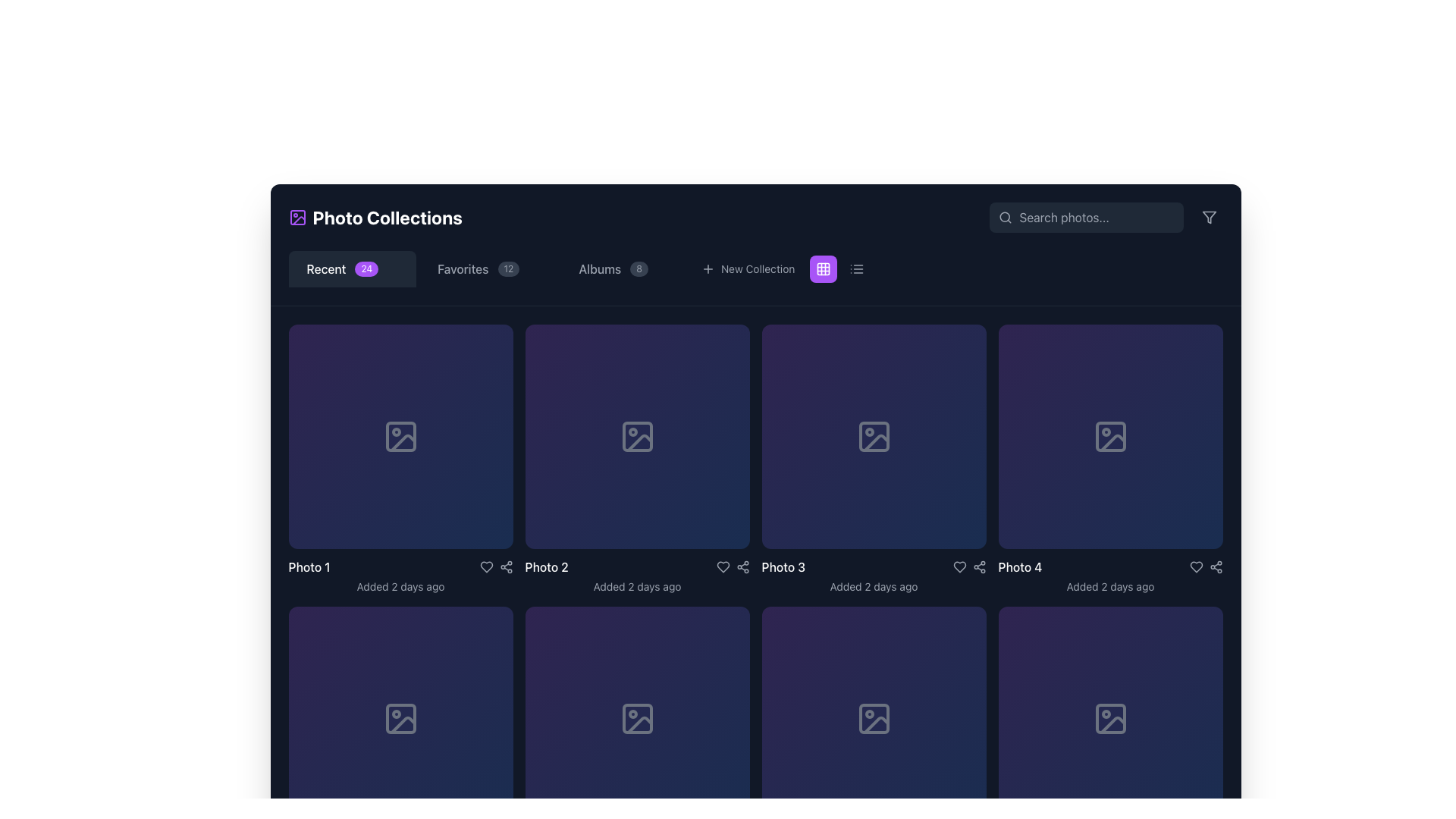  I want to click on the icon that serves as a placeholder for 'Photo 1' in the 'Photo Collections' grid layout, located at the center of the top-left purple card, so click(400, 436).